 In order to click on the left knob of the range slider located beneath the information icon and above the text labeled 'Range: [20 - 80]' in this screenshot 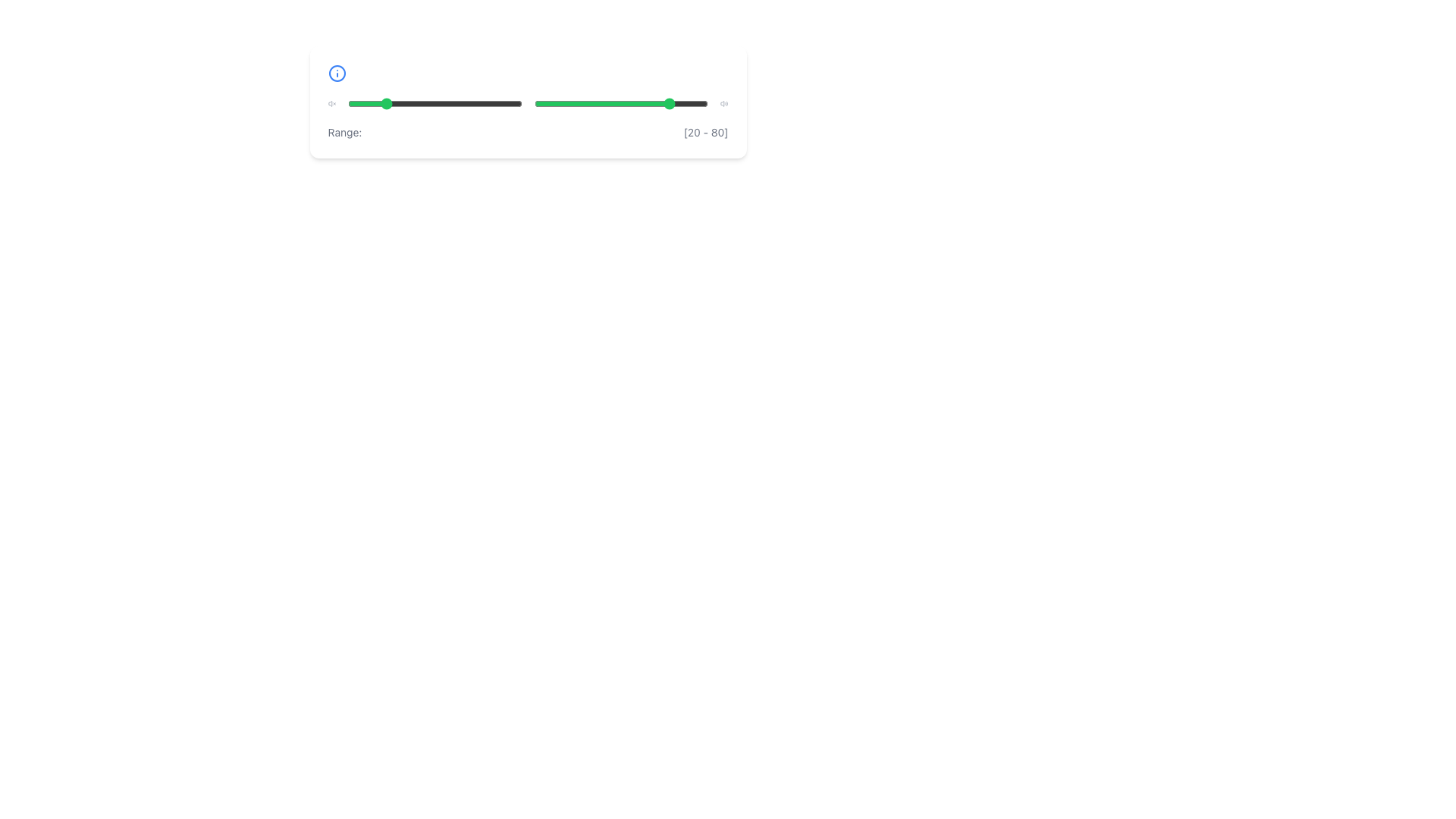, I will do `click(490, 103)`.